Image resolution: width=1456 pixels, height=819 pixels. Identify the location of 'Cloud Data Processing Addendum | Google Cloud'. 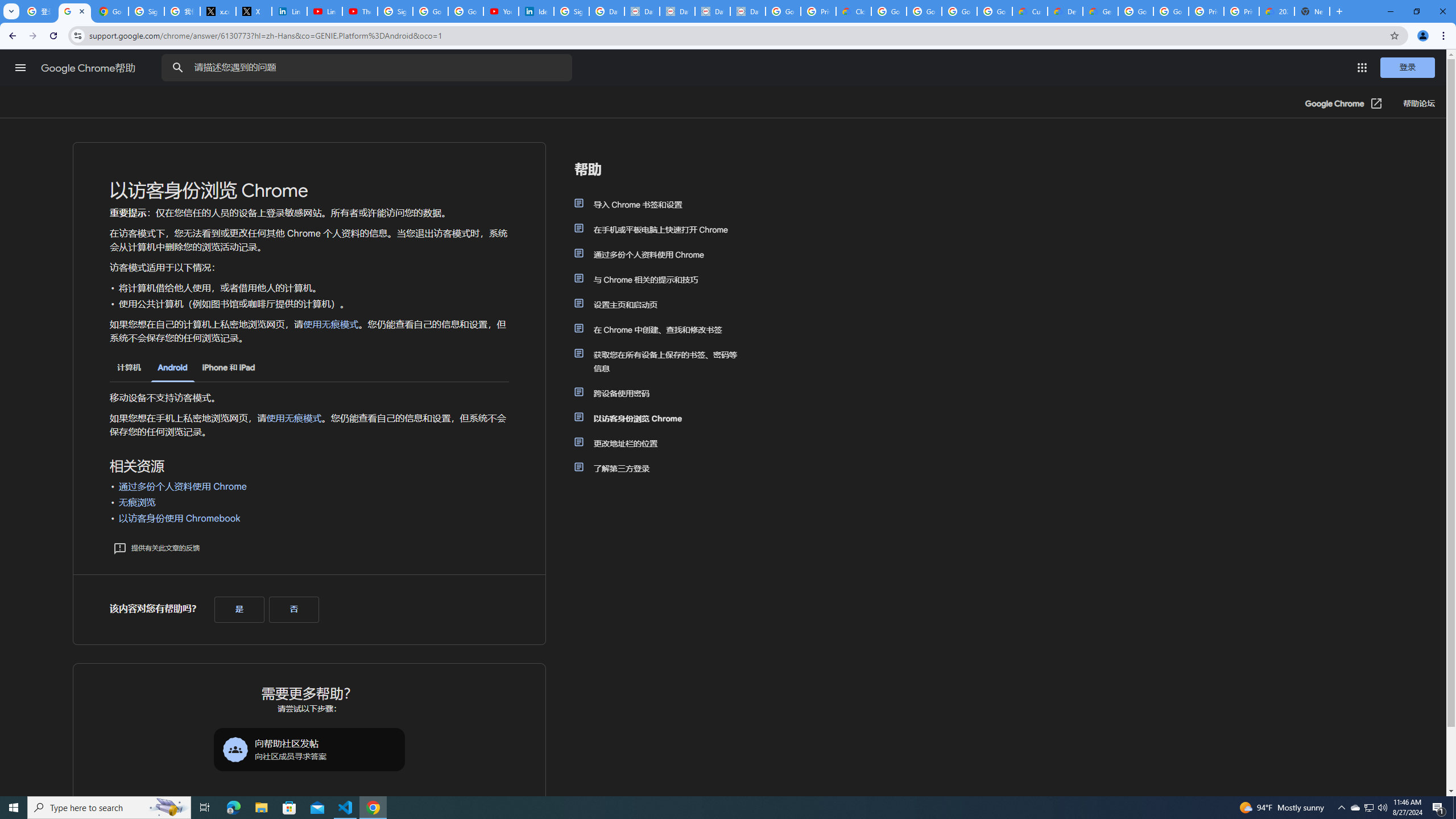
(853, 11).